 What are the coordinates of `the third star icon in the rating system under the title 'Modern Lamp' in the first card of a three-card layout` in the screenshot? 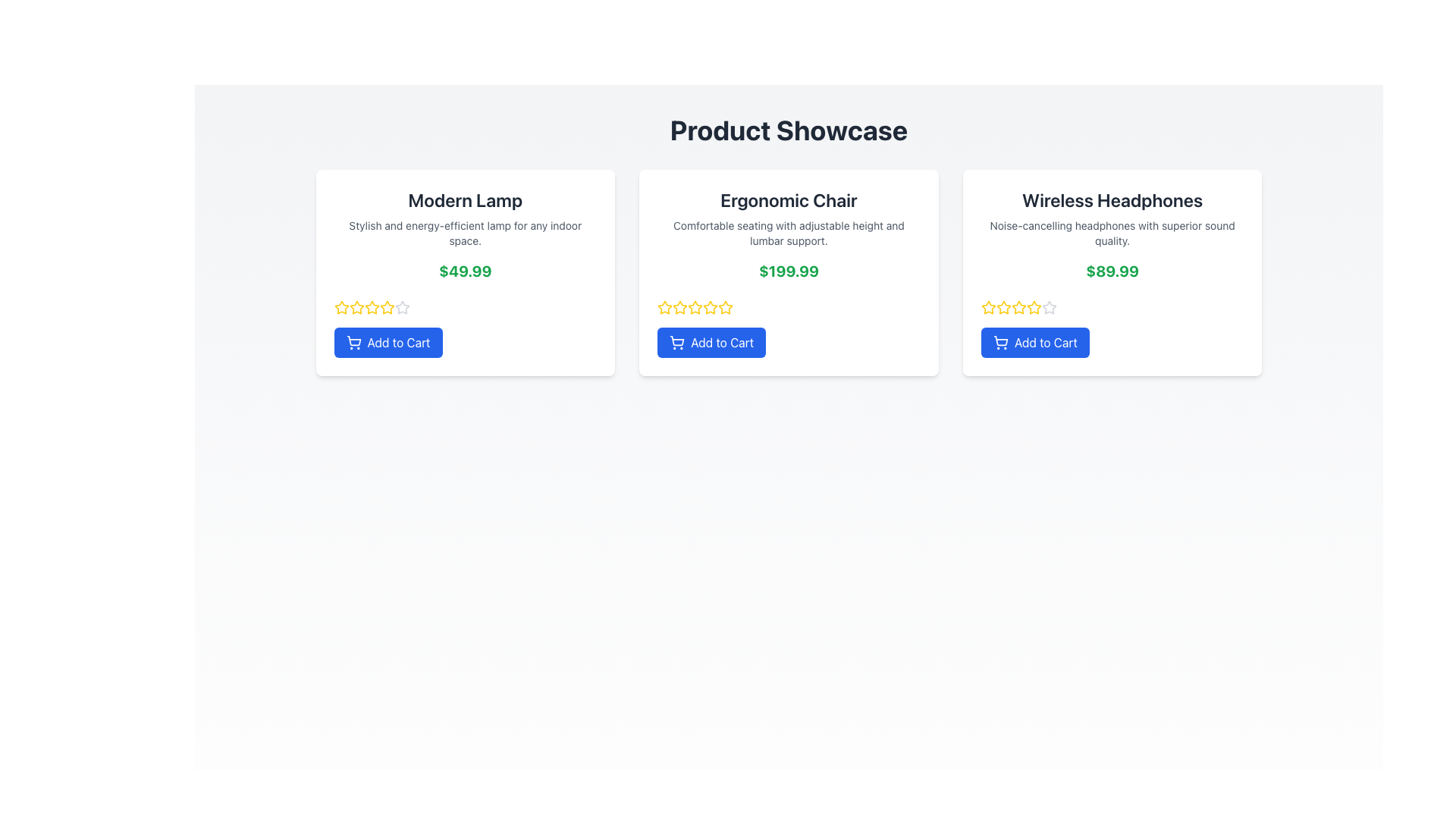 It's located at (387, 307).